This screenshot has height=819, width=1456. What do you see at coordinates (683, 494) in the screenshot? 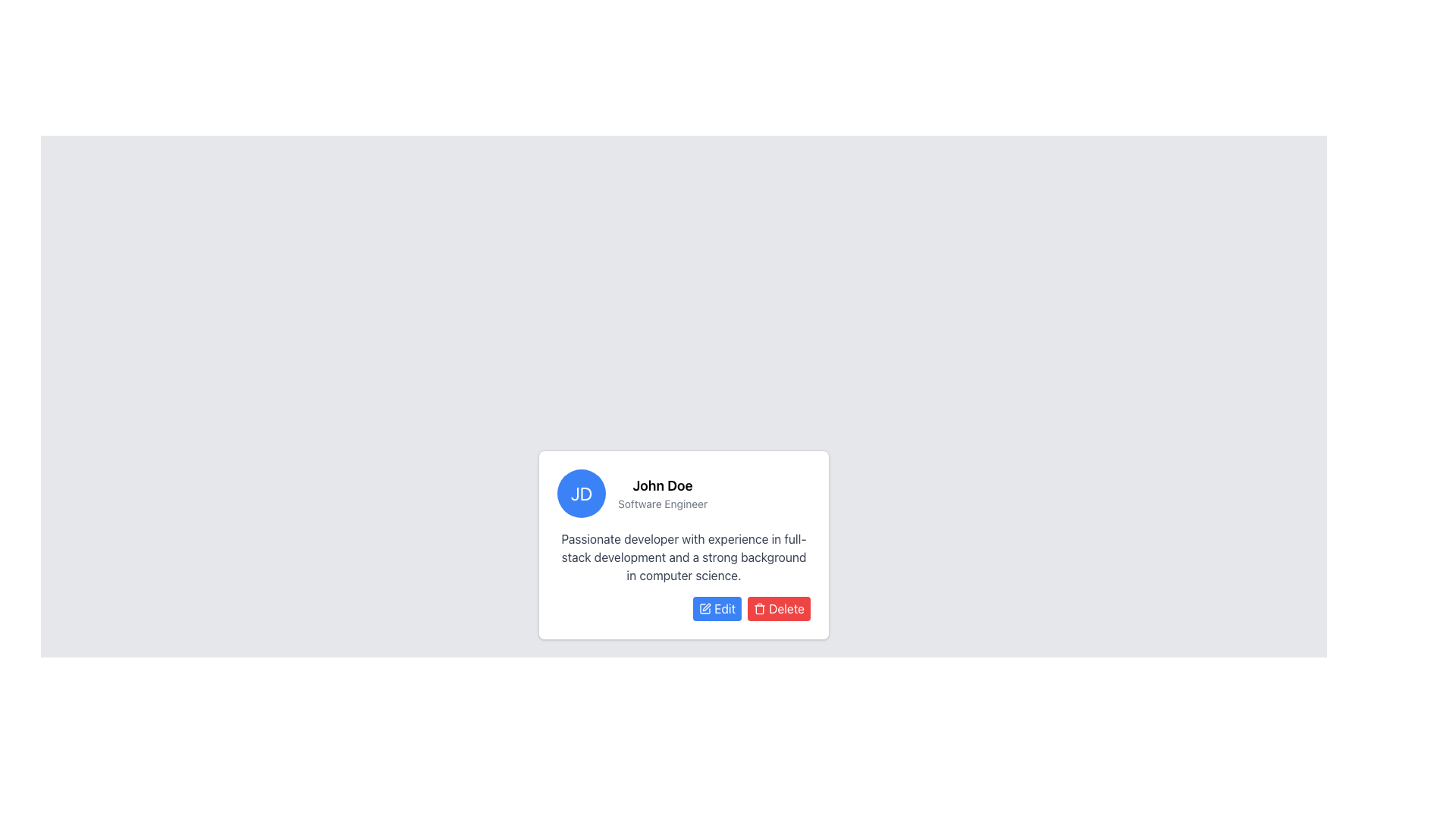
I see `the Profile Header element, which serves as a visual identifier for the user` at bounding box center [683, 494].